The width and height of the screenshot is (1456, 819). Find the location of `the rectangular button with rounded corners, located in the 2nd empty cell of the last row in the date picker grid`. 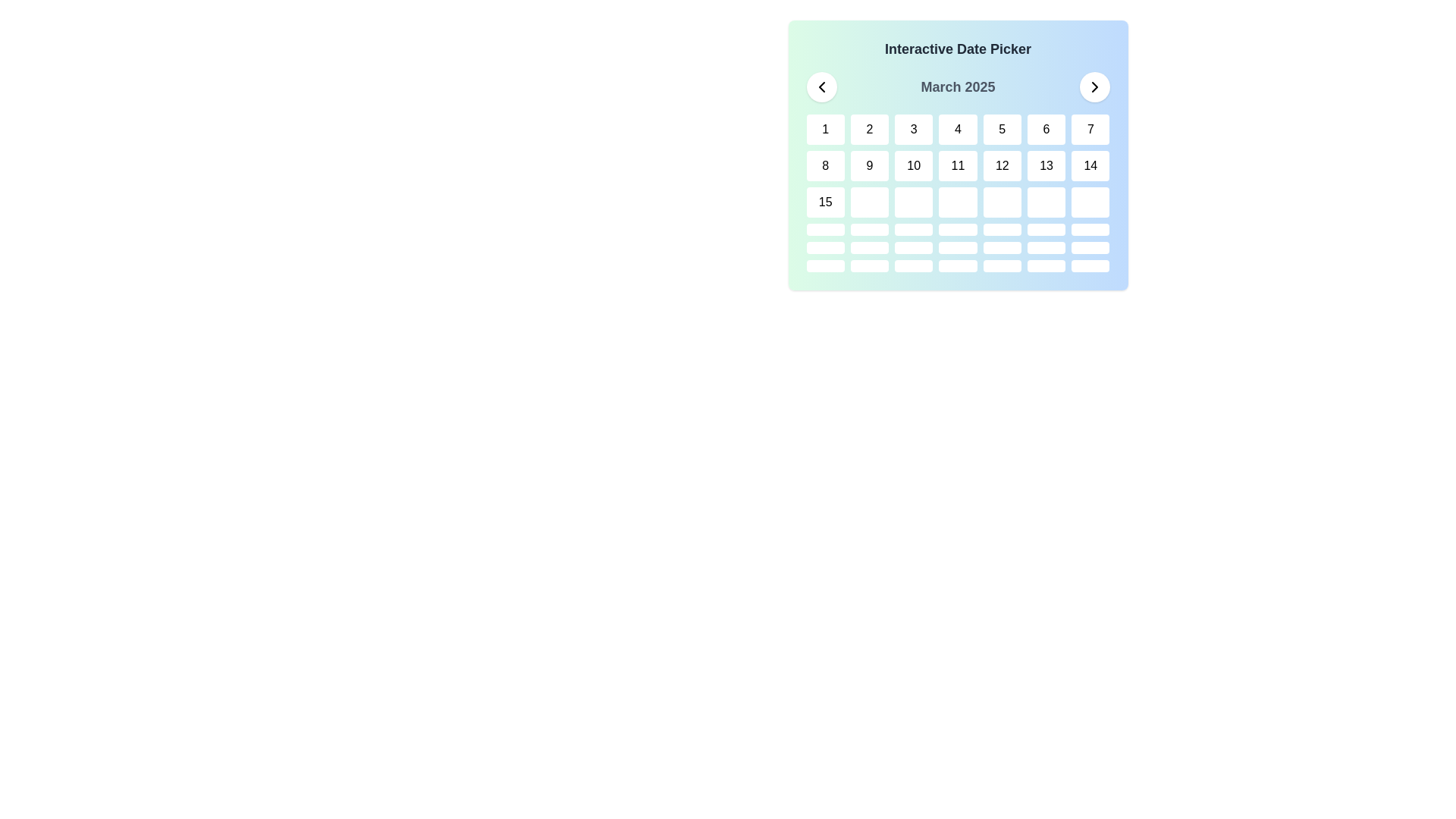

the rectangular button with rounded corners, located in the 2nd empty cell of the last row in the date picker grid is located at coordinates (870, 265).